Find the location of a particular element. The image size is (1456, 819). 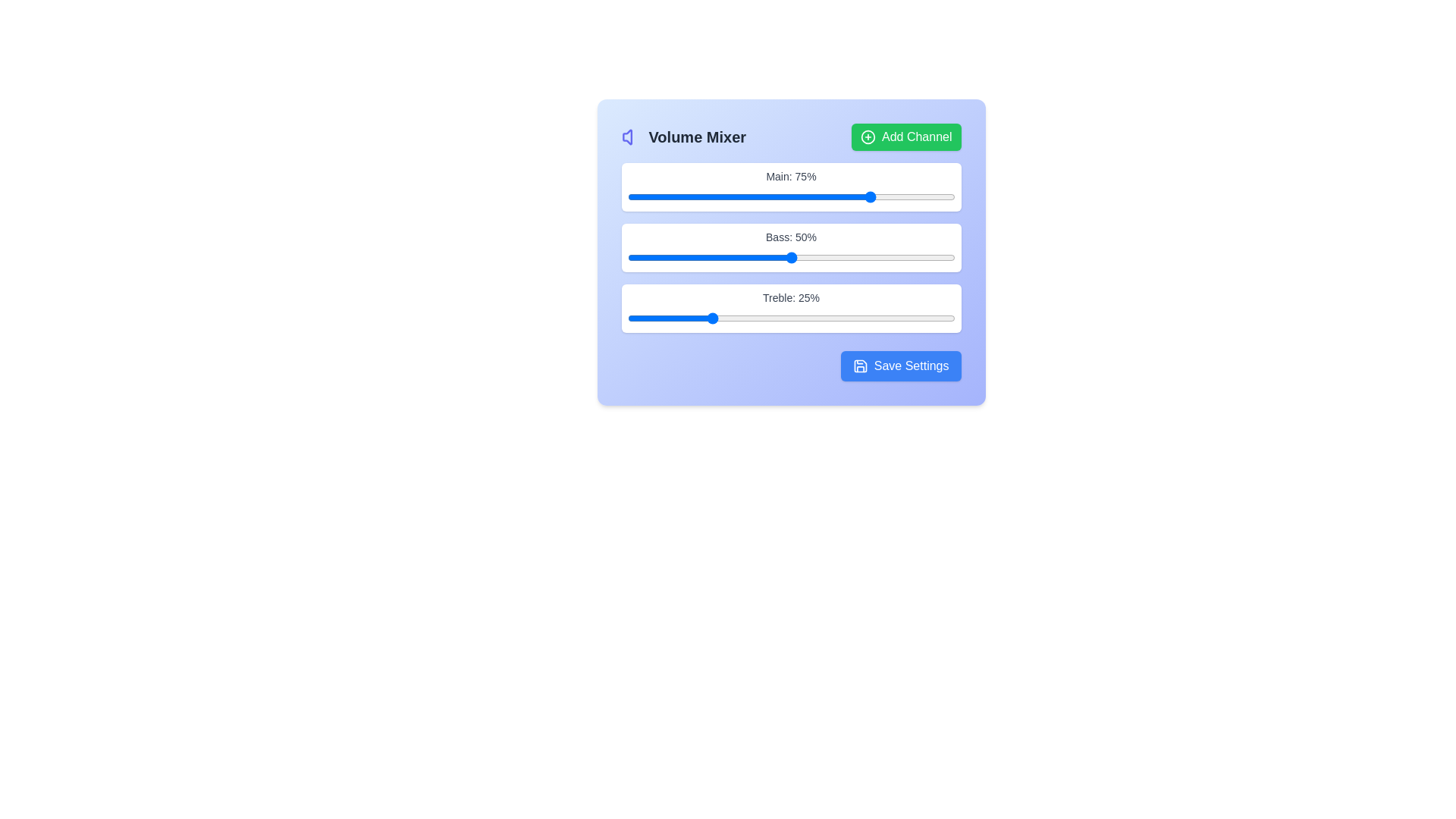

the volume control icon with a purple outline, adjacent to the 'Volume Mixer' text, located in the top-left section of the interface is located at coordinates (632, 137).